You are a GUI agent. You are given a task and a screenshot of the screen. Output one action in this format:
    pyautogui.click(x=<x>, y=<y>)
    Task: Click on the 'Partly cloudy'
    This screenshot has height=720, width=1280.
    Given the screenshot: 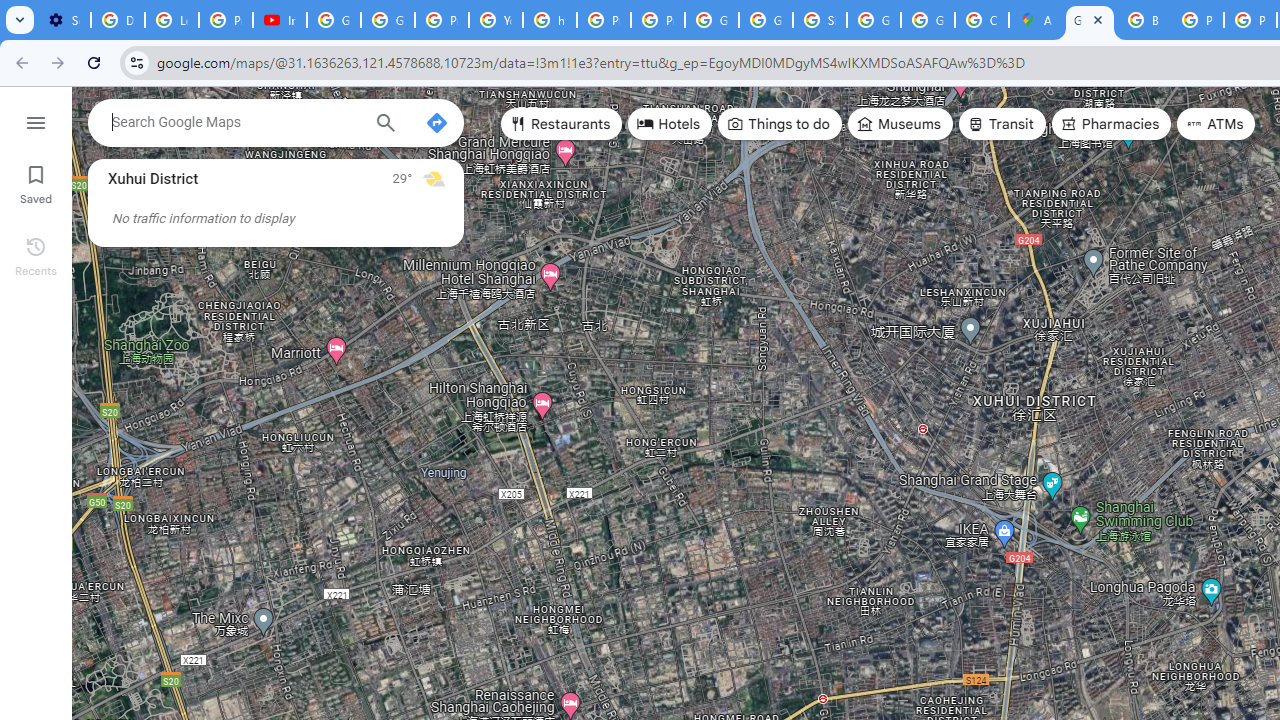 What is the action you would take?
    pyautogui.click(x=432, y=177)
    